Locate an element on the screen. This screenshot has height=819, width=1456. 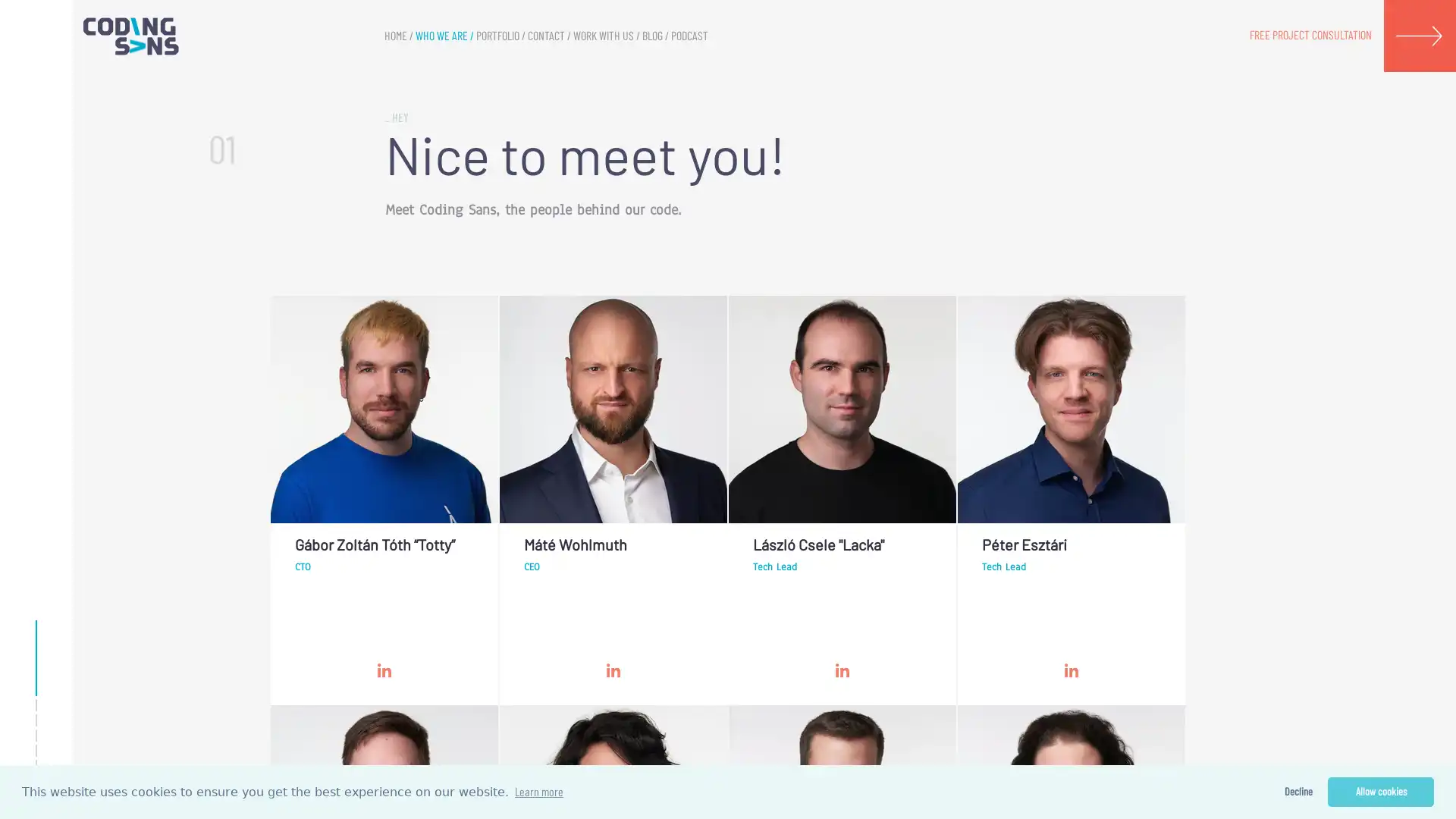
deny cookies is located at coordinates (1297, 791).